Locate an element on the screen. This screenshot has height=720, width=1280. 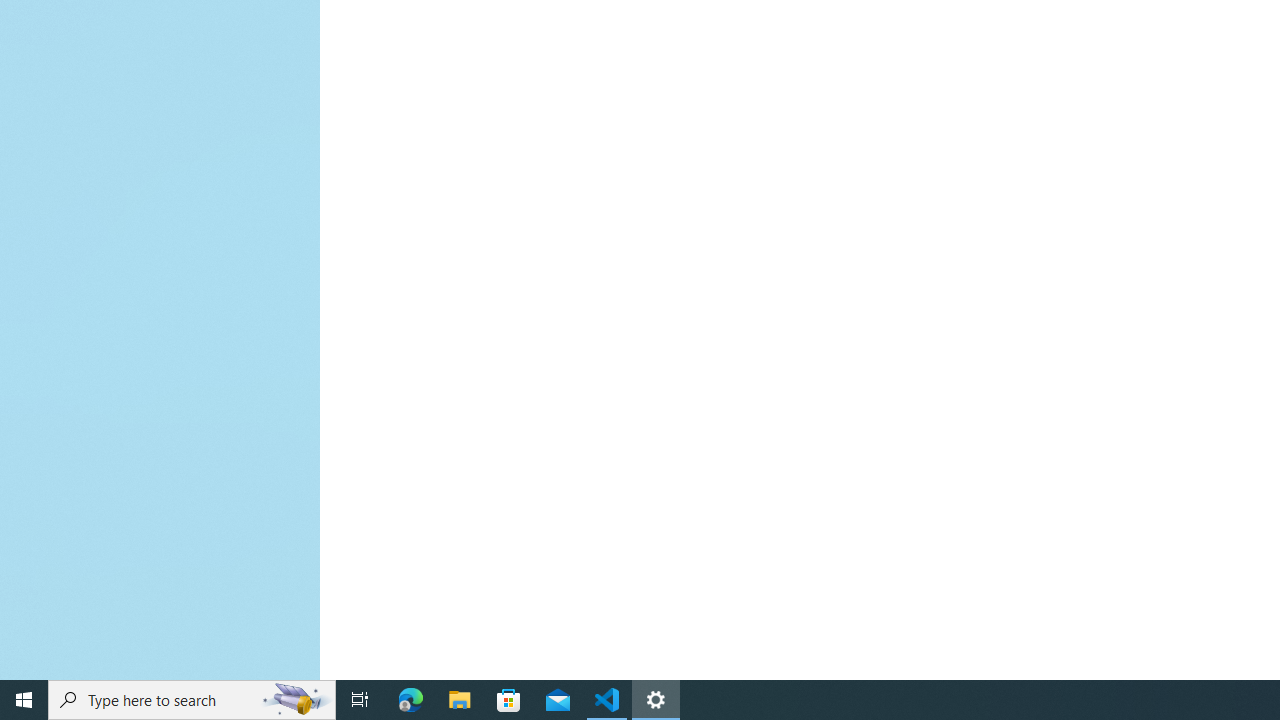
'Type here to search' is located at coordinates (192, 698).